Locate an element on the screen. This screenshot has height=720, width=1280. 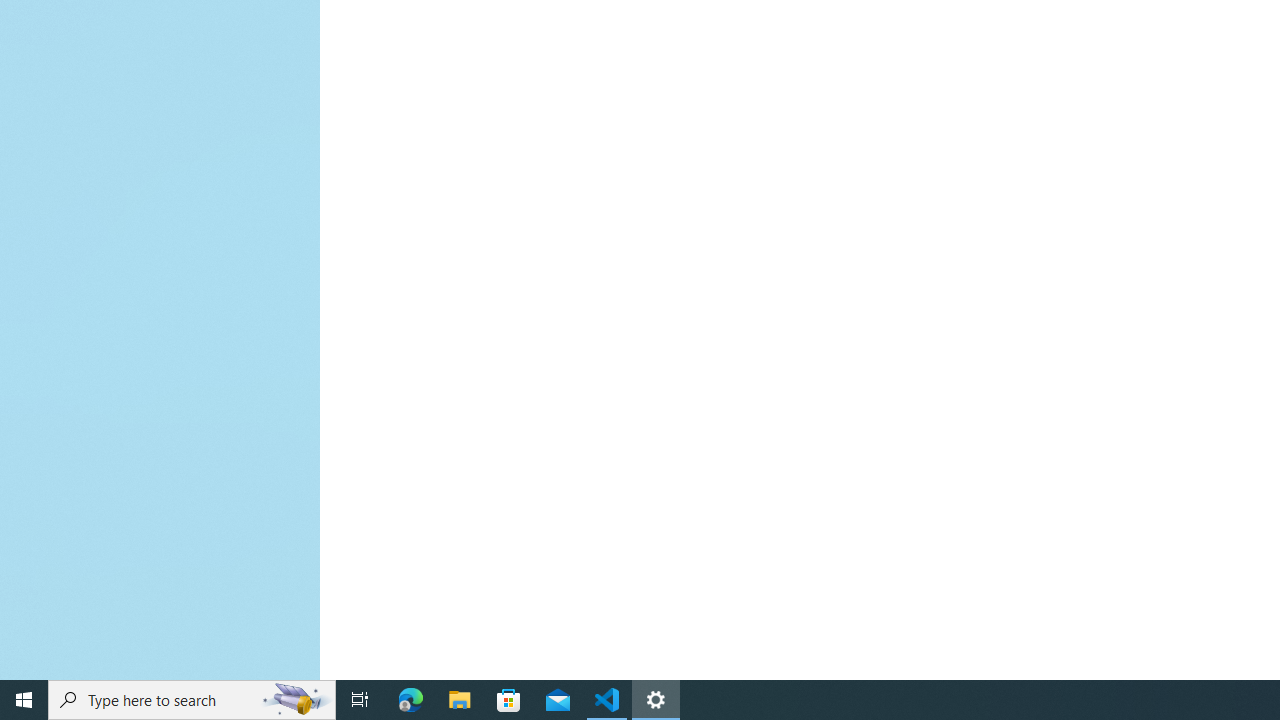
'Type here to search' is located at coordinates (192, 698).